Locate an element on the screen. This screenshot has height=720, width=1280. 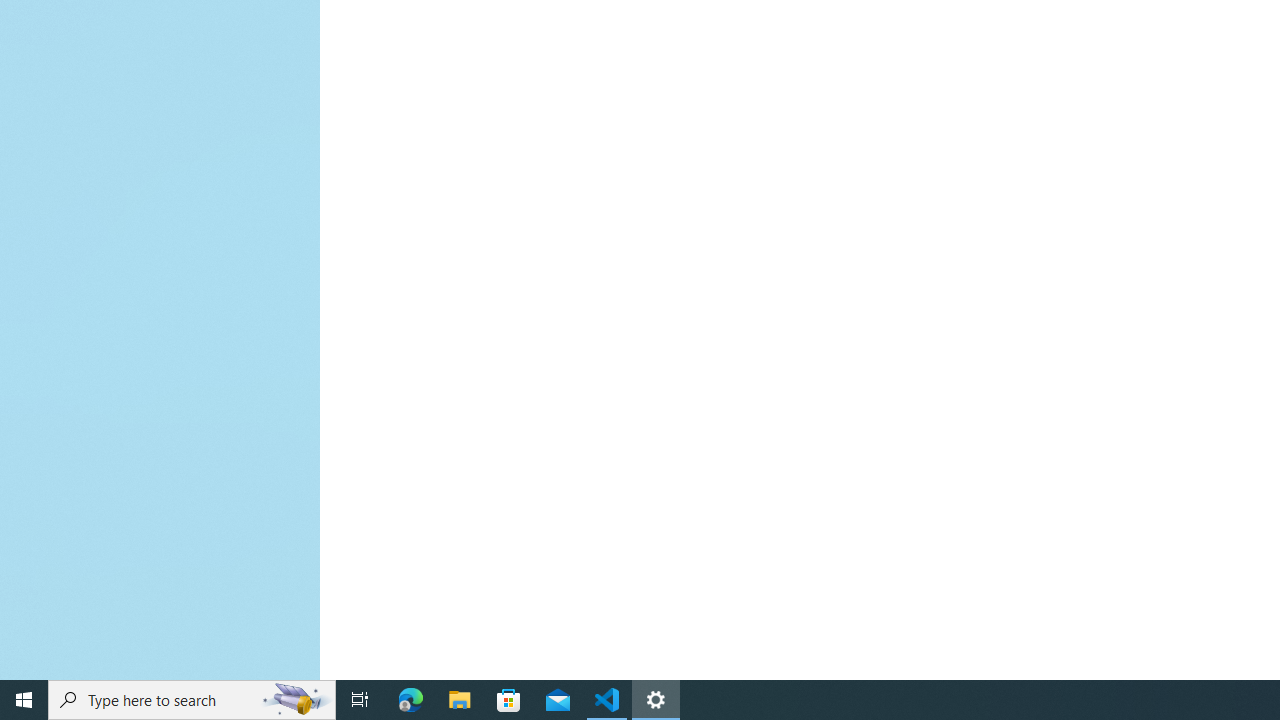
'Type here to search' is located at coordinates (192, 698).